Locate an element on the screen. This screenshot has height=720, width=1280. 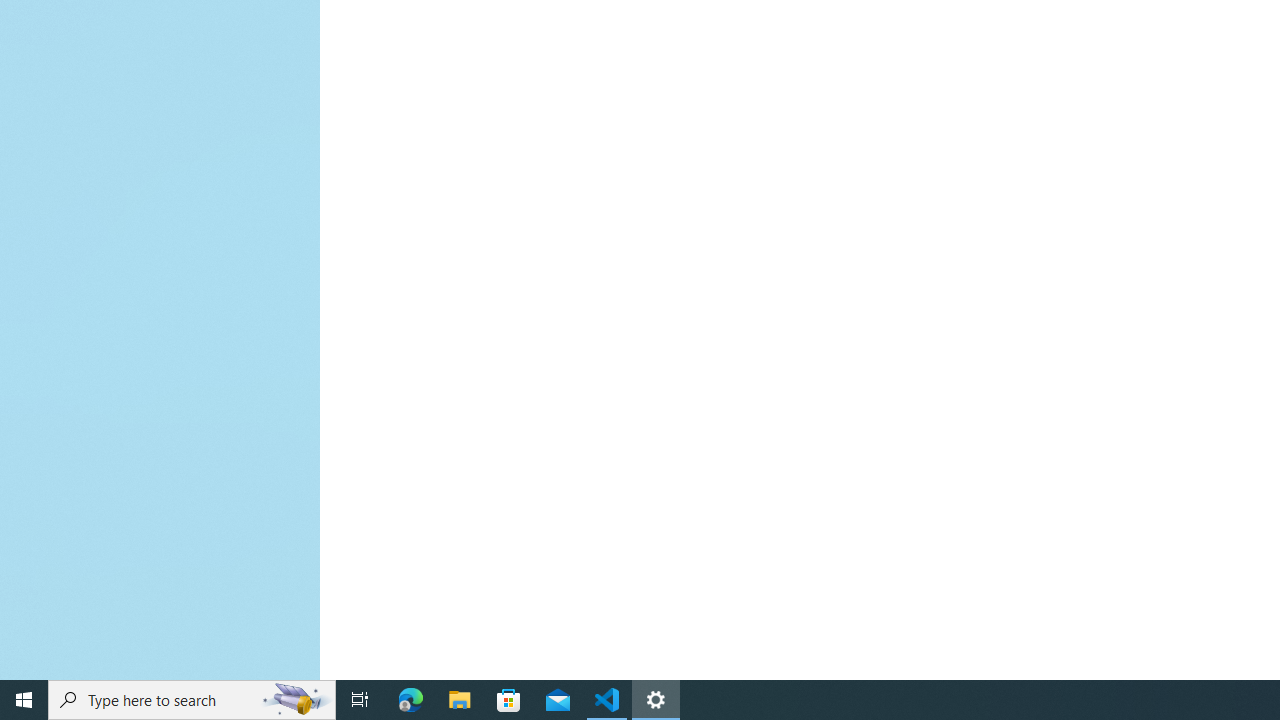
'Type here to search' is located at coordinates (192, 698).